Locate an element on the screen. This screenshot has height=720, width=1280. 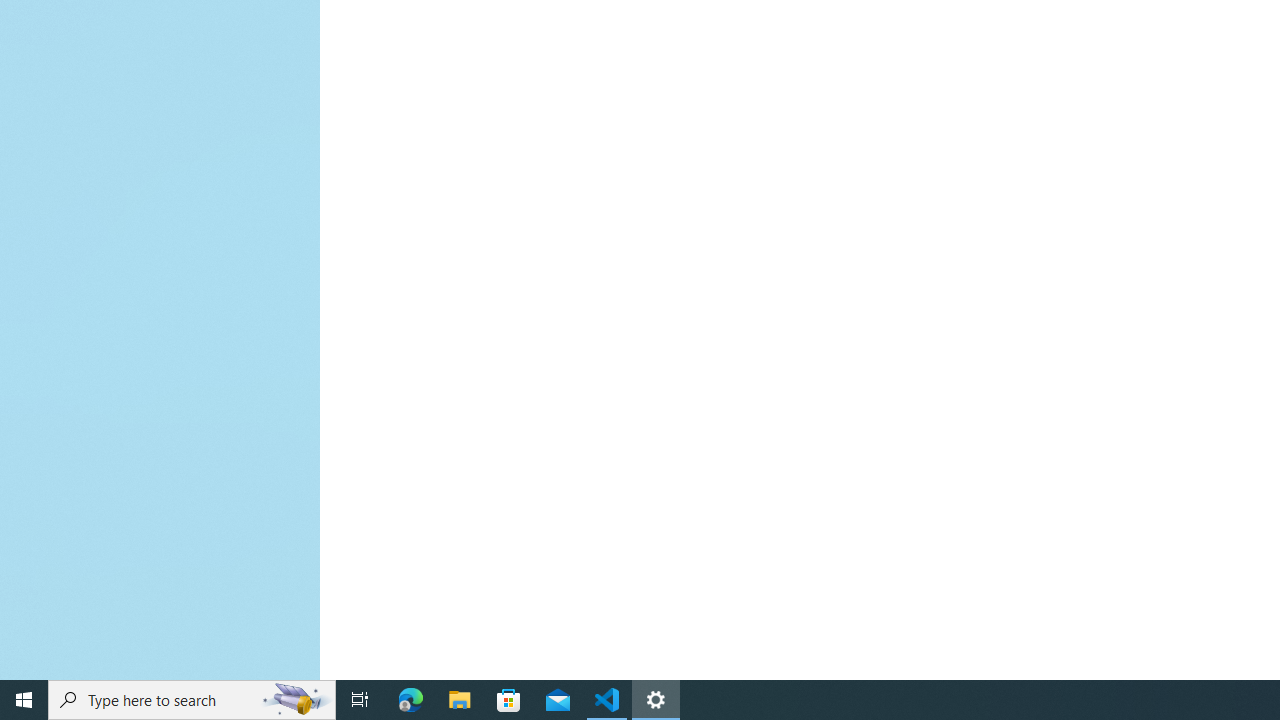
'Type here to search' is located at coordinates (192, 698).